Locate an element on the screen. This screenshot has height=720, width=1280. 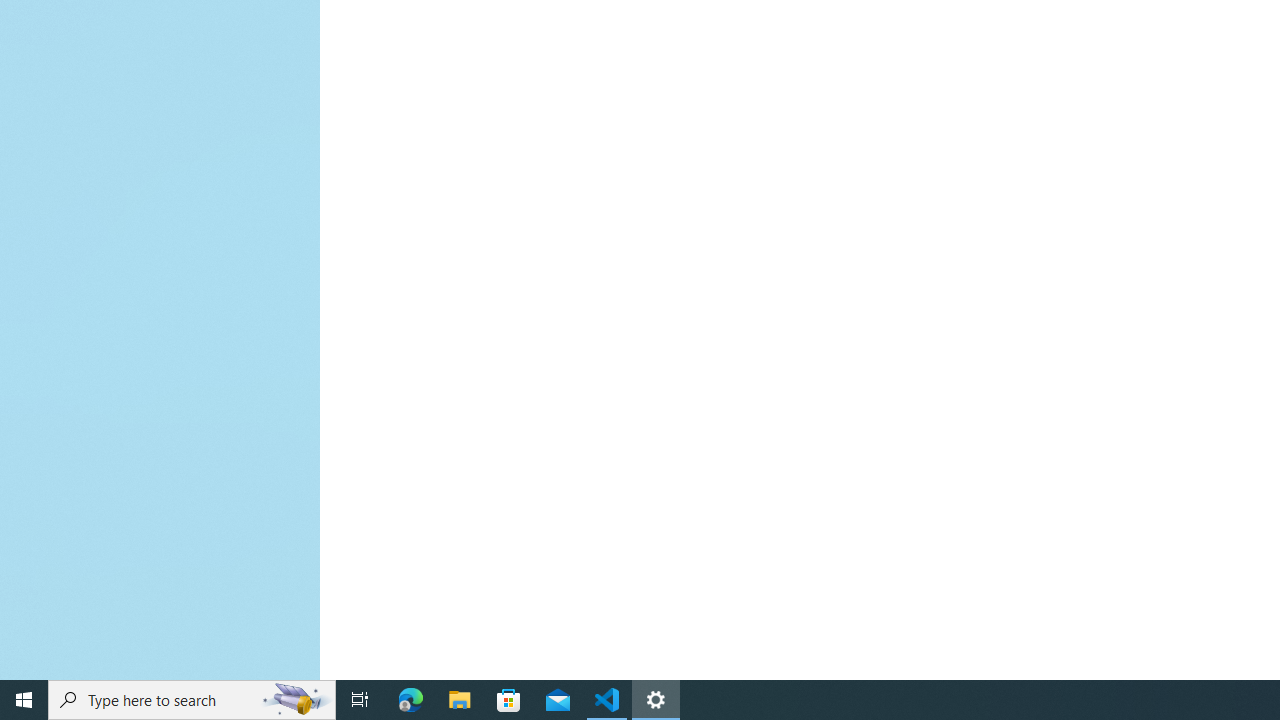
'Type here to search' is located at coordinates (192, 698).